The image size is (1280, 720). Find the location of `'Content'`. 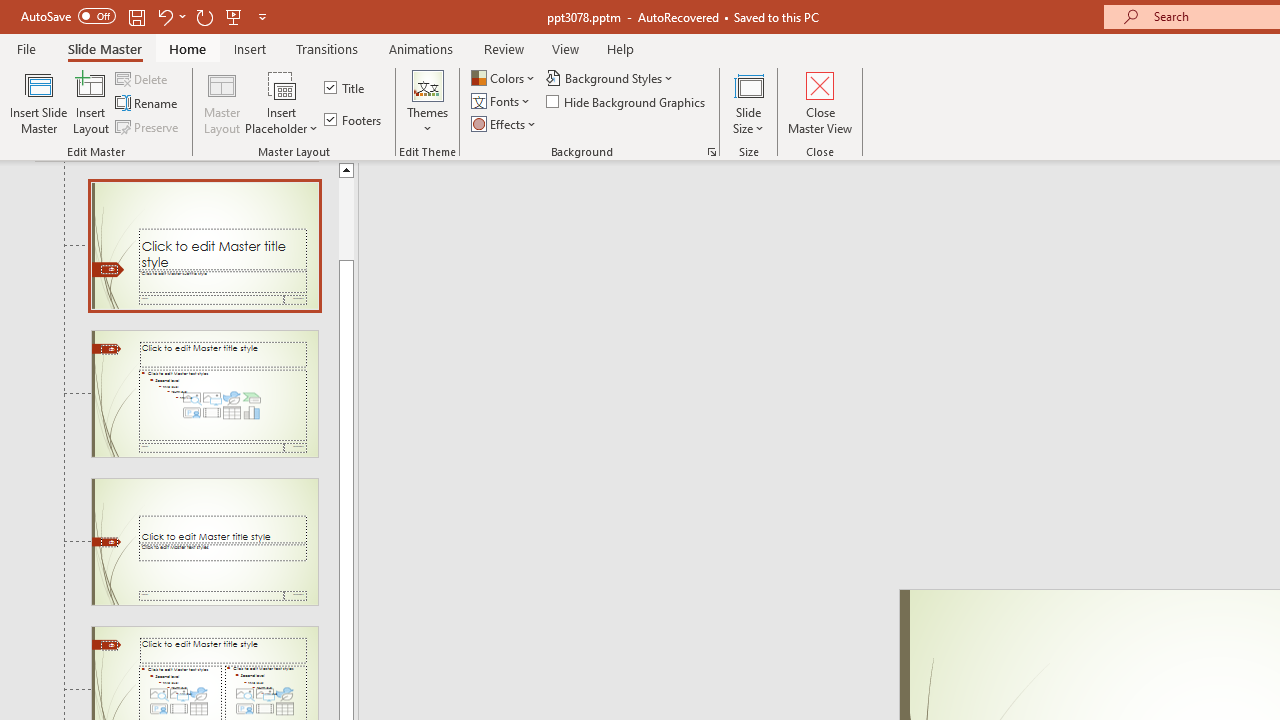

'Content' is located at coordinates (281, 84).